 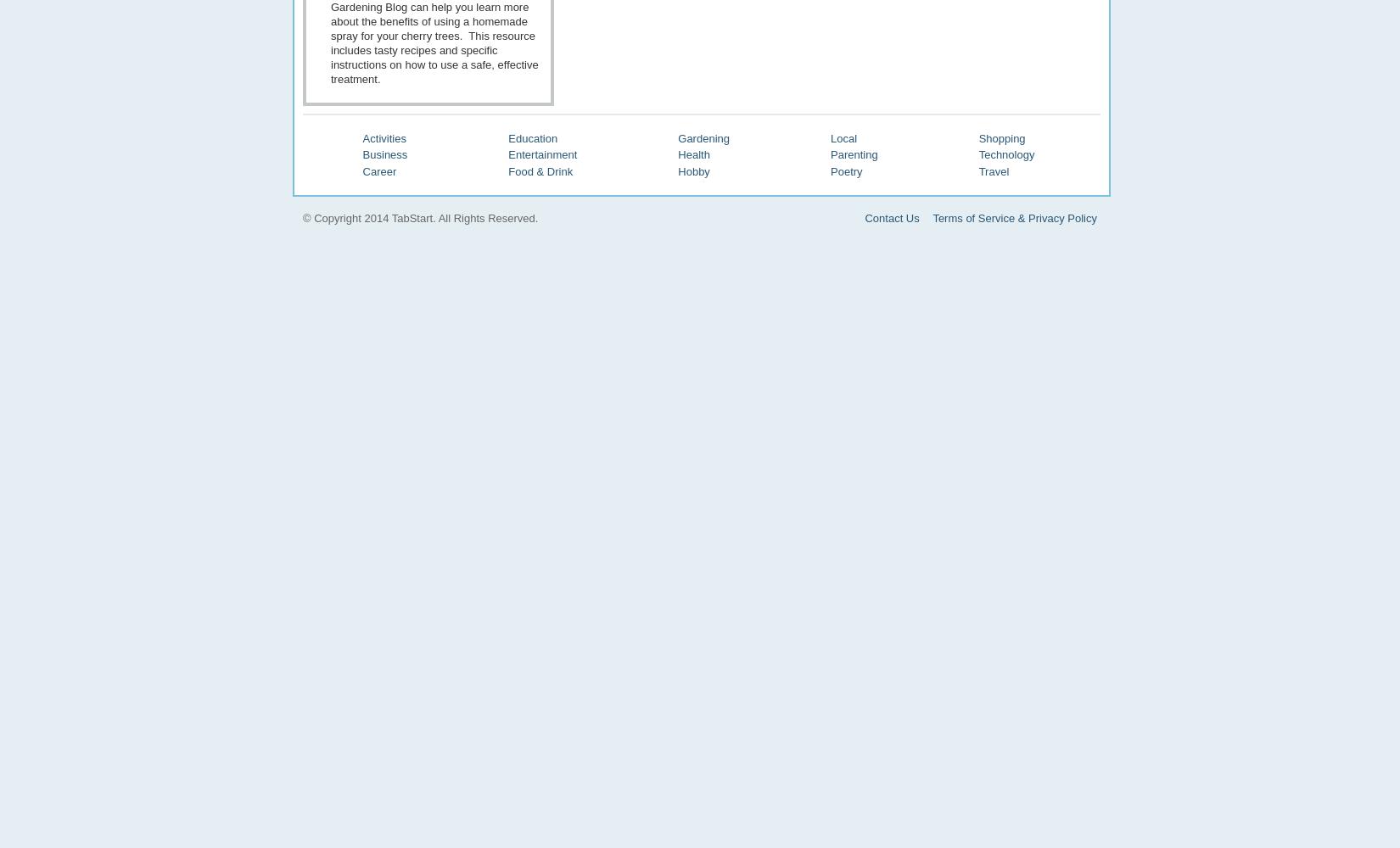 What do you see at coordinates (1006, 154) in the screenshot?
I see `'Technology'` at bounding box center [1006, 154].